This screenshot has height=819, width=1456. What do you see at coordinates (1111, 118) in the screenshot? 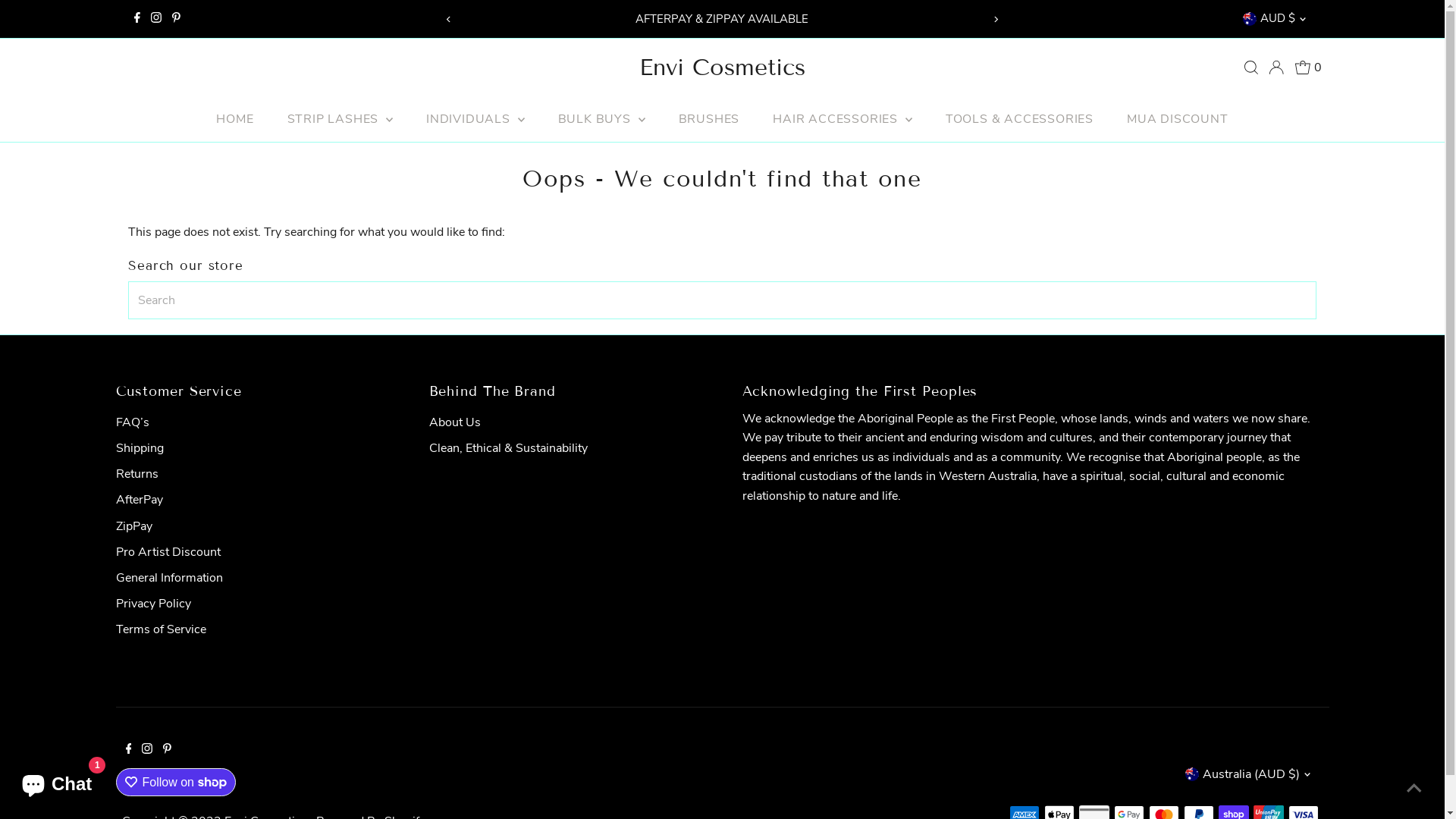
I see `'MUA DISCOUNT'` at bounding box center [1111, 118].